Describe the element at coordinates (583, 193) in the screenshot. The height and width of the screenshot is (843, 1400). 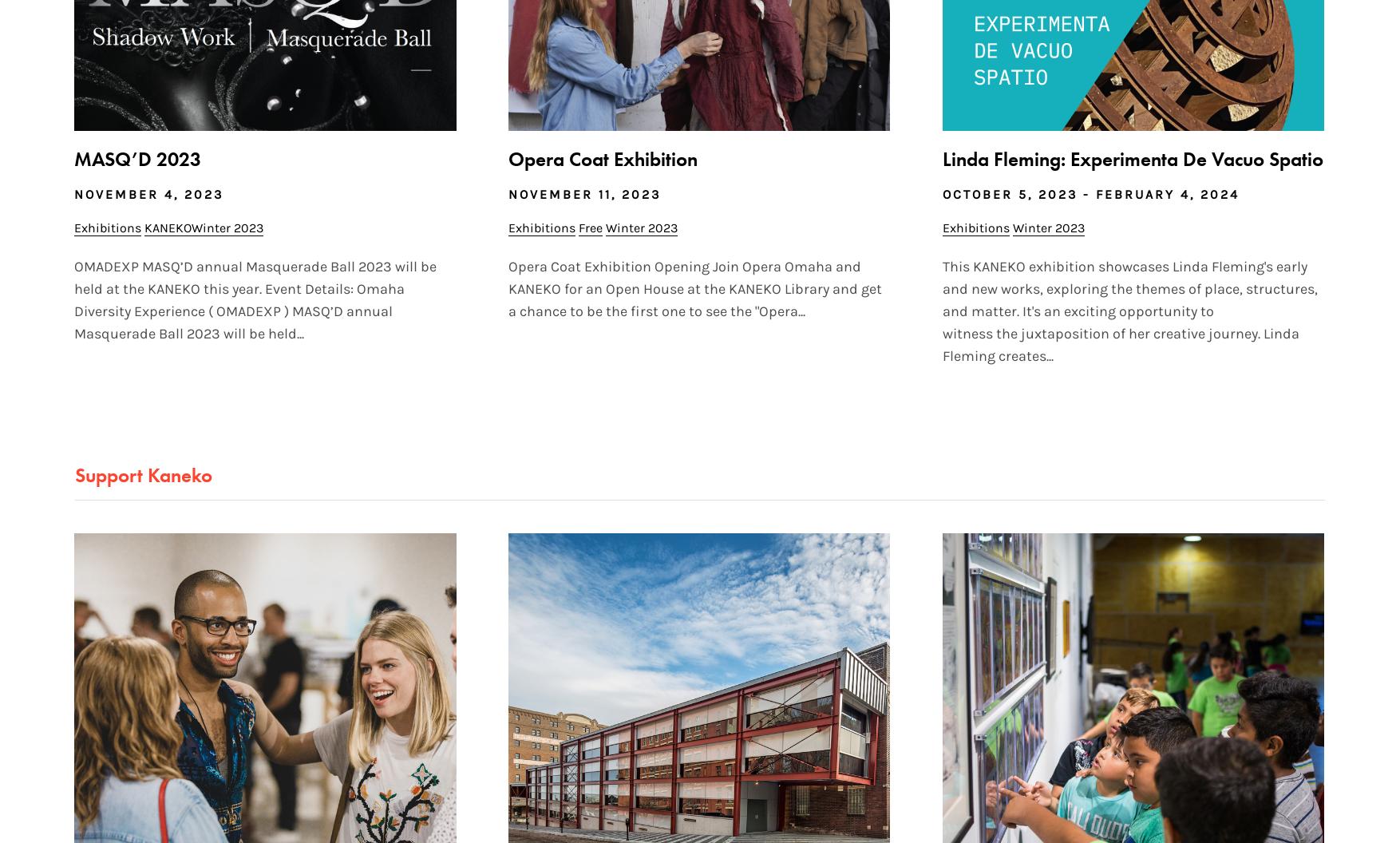
I see `'November 11, 2023'` at that location.